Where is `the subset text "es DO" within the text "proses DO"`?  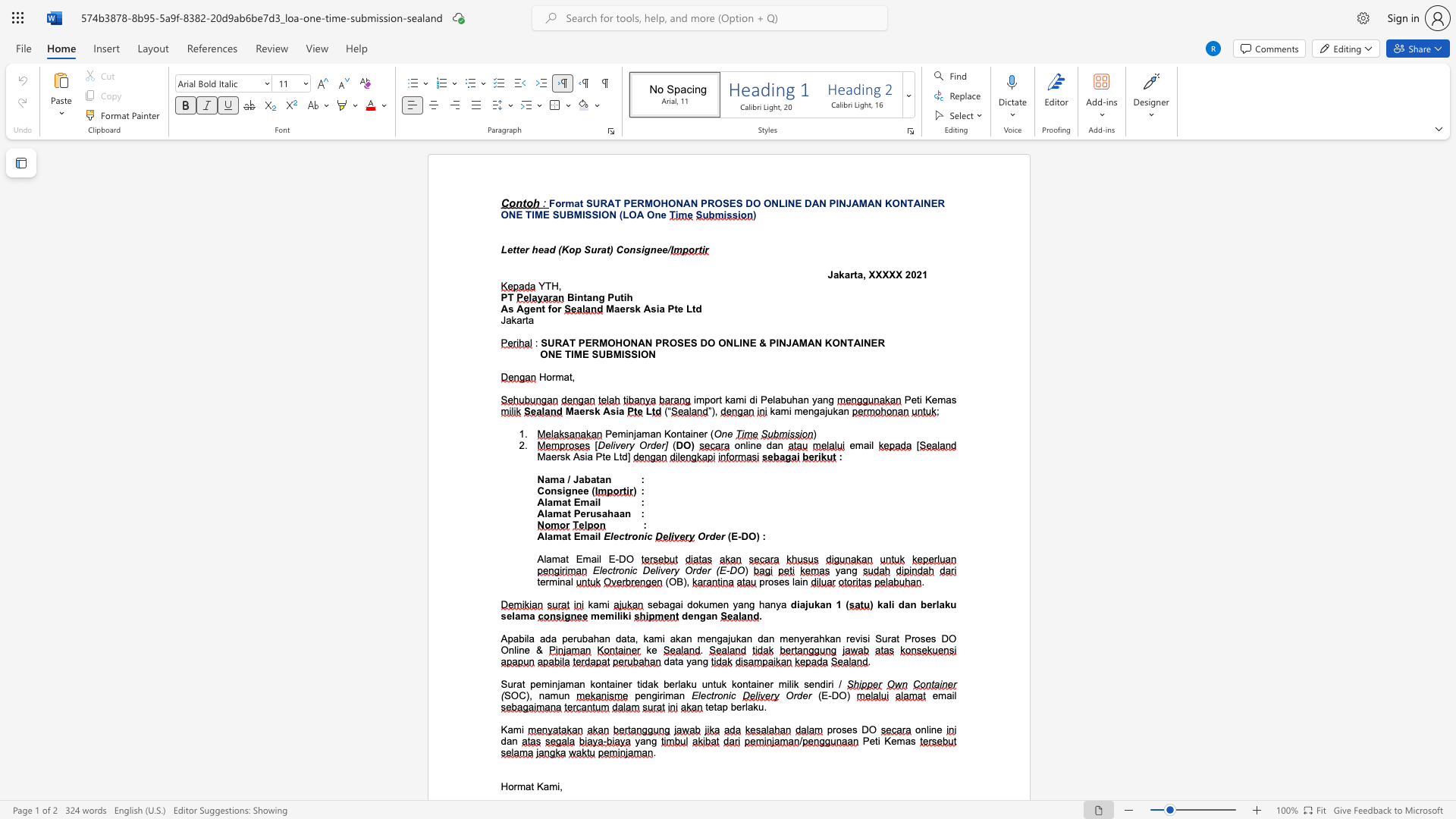
the subset text "es DO" within the text "proses DO" is located at coordinates (846, 729).